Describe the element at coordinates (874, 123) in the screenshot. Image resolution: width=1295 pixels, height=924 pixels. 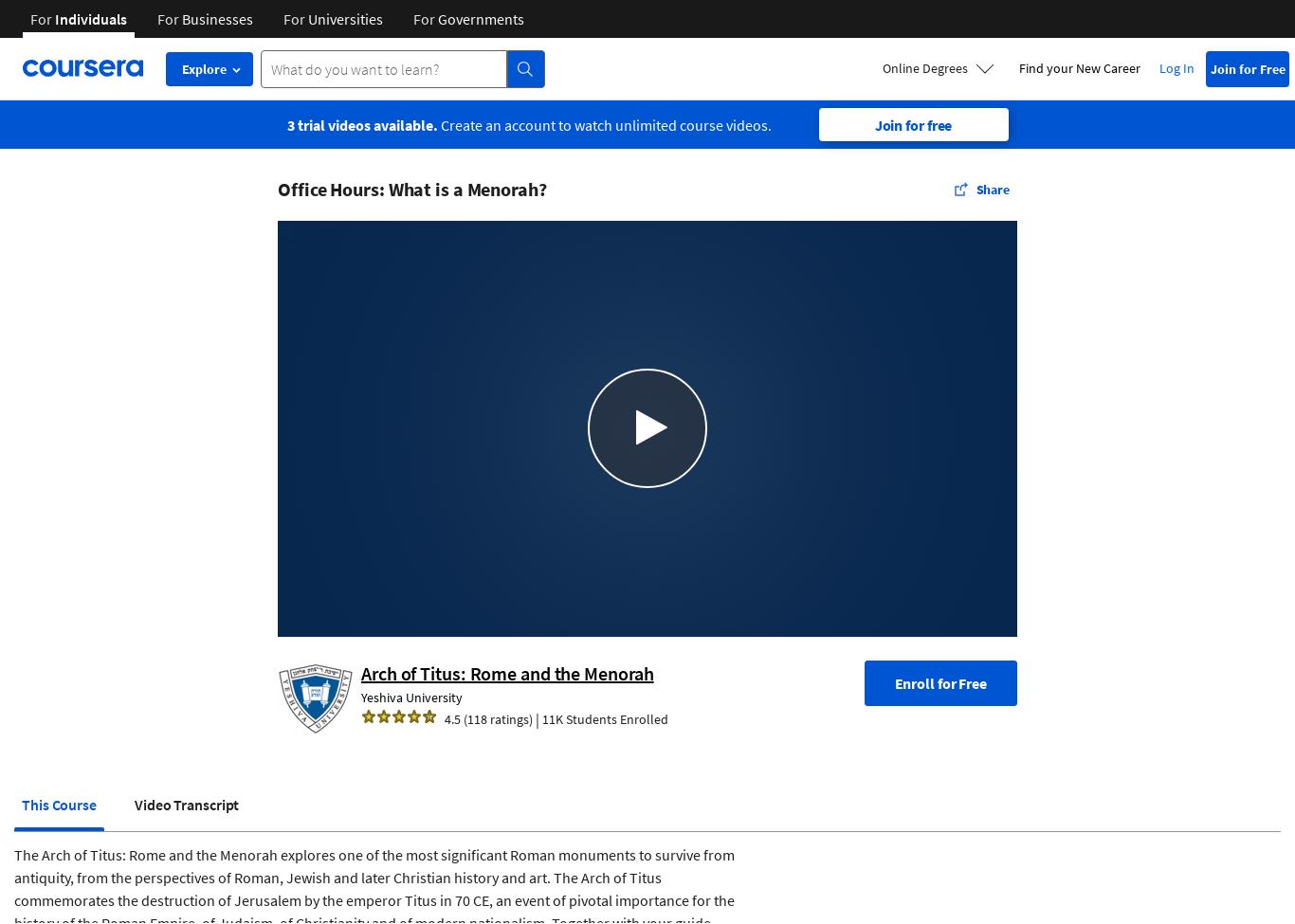
I see `'Join for free'` at that location.